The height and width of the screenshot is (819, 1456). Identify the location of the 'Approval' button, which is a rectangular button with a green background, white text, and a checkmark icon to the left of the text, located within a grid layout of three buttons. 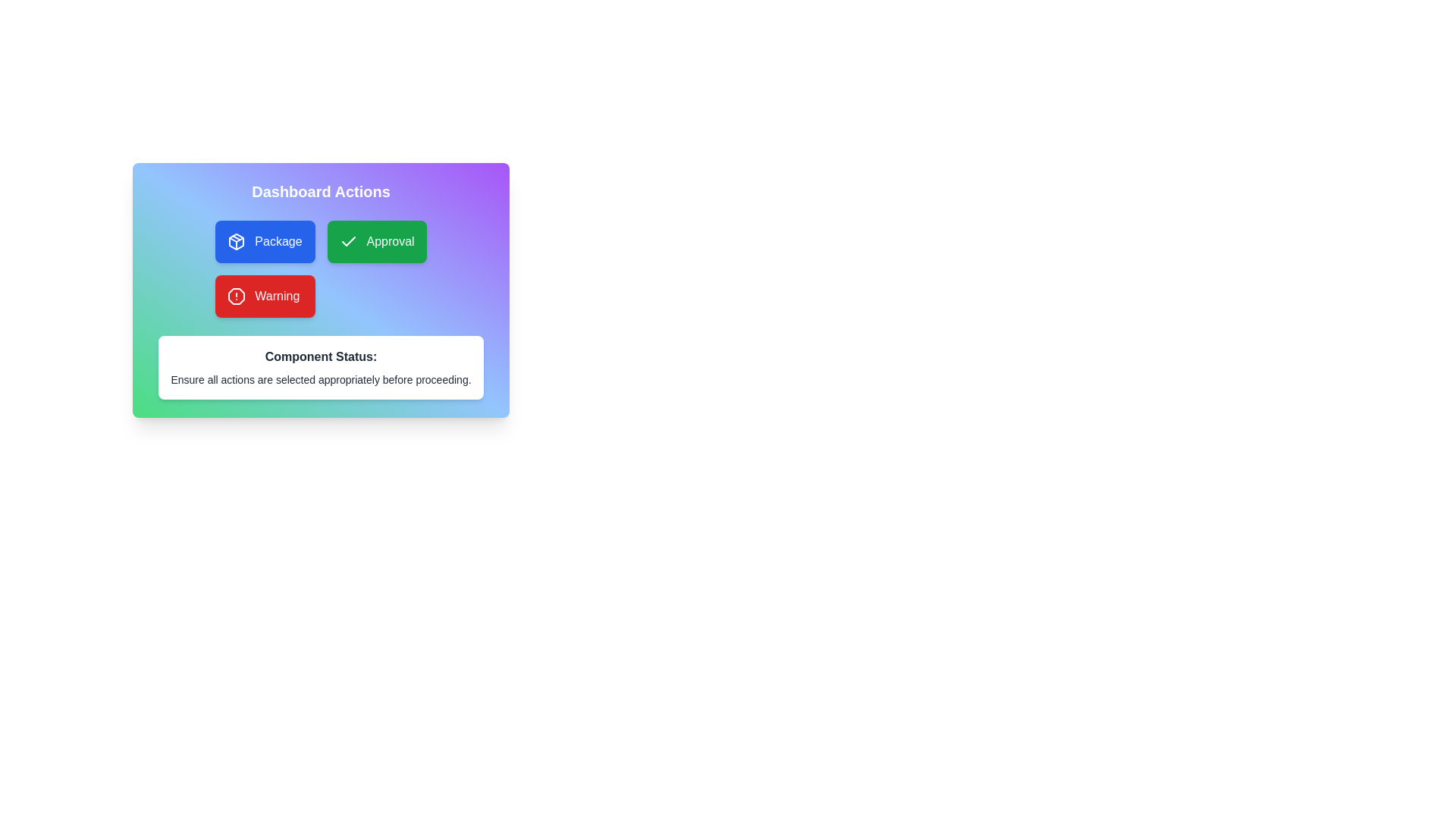
(377, 241).